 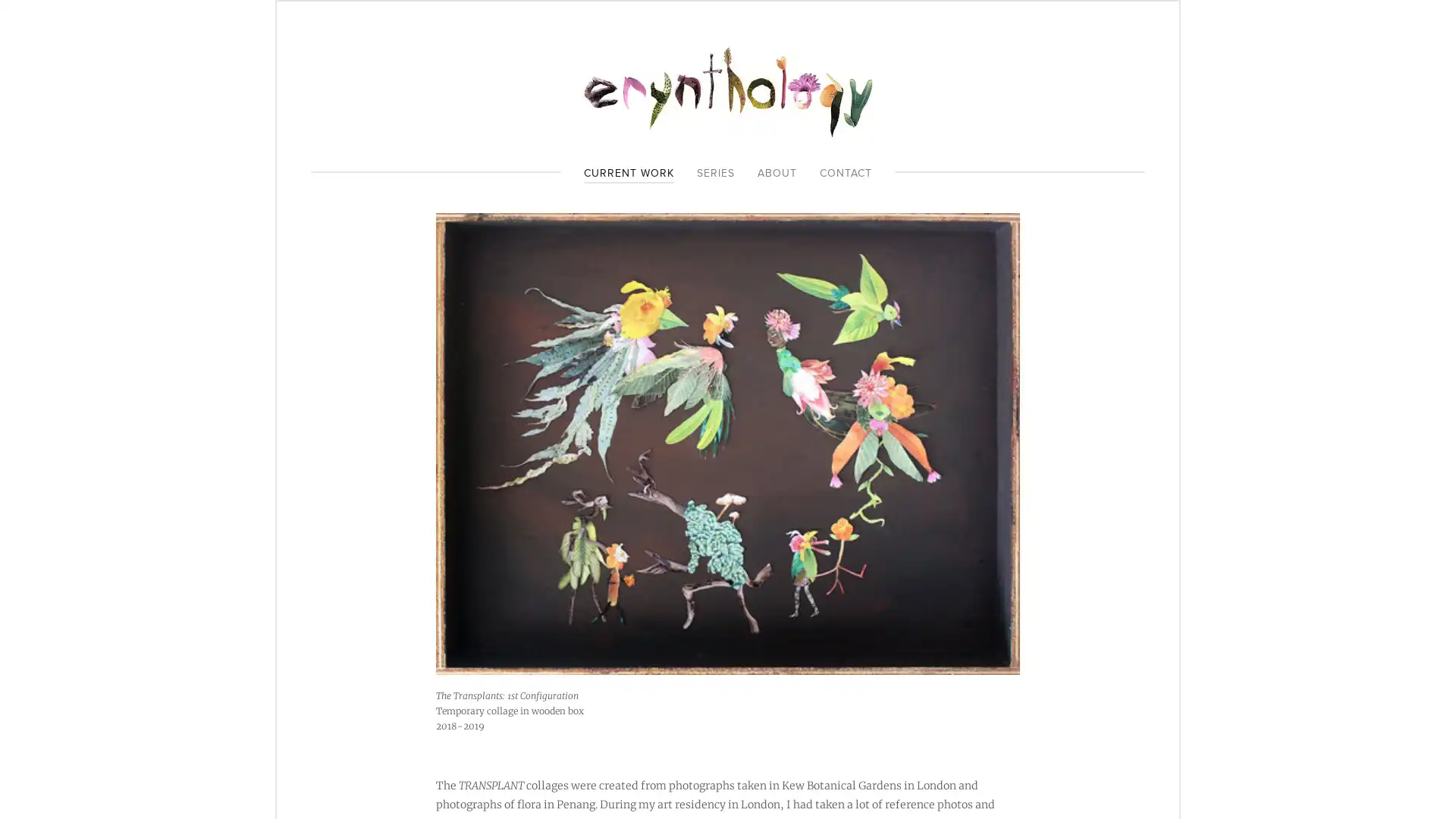 What do you see at coordinates (728, 444) in the screenshot?
I see `View fullsize The Transplants: 1st Configuration Temporary collage in wooden box 2018-2019` at bounding box center [728, 444].